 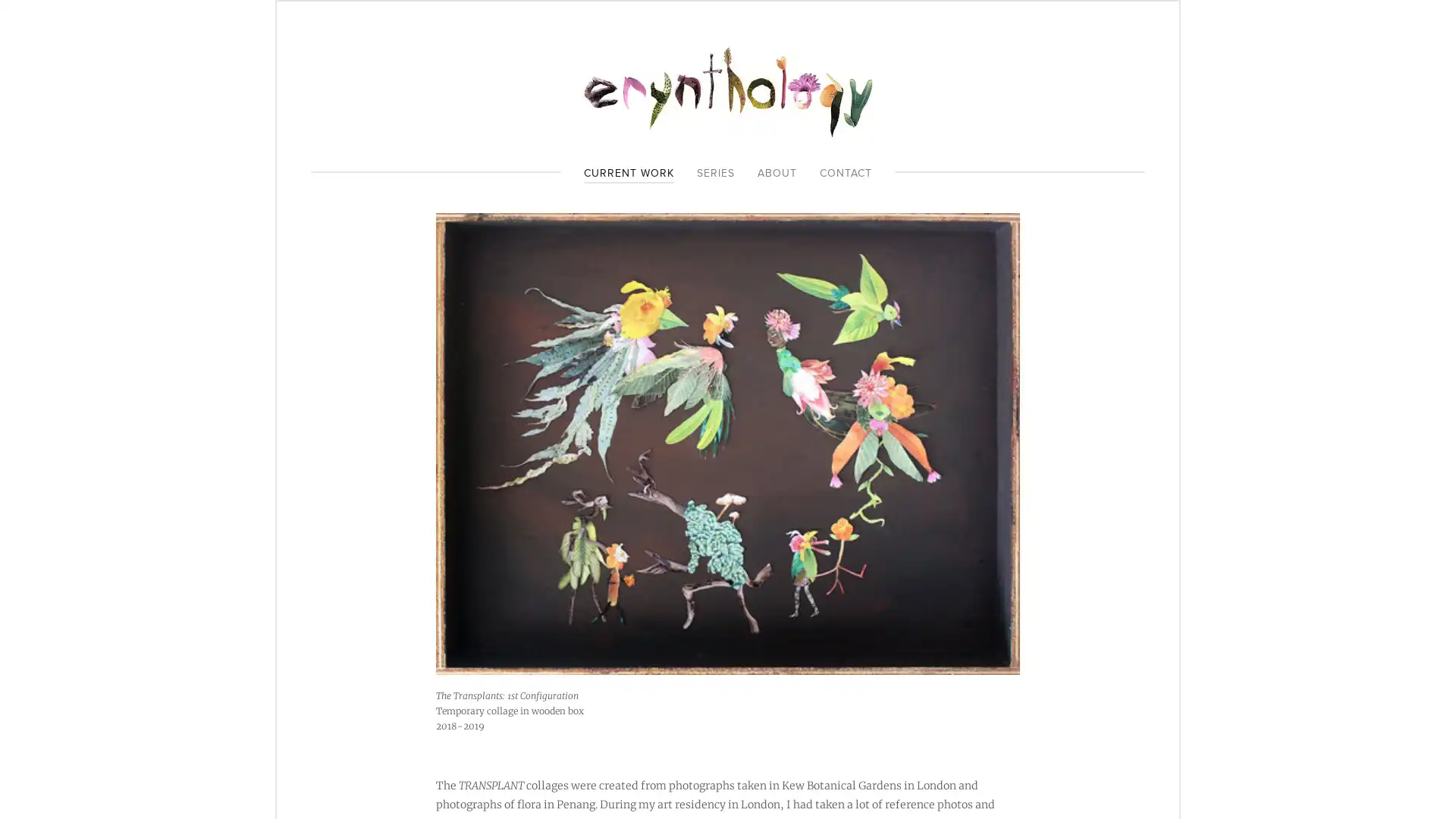 What do you see at coordinates (728, 444) in the screenshot?
I see `View fullsize The Transplants: 1st Configuration Temporary collage in wooden box 2018-2019` at bounding box center [728, 444].